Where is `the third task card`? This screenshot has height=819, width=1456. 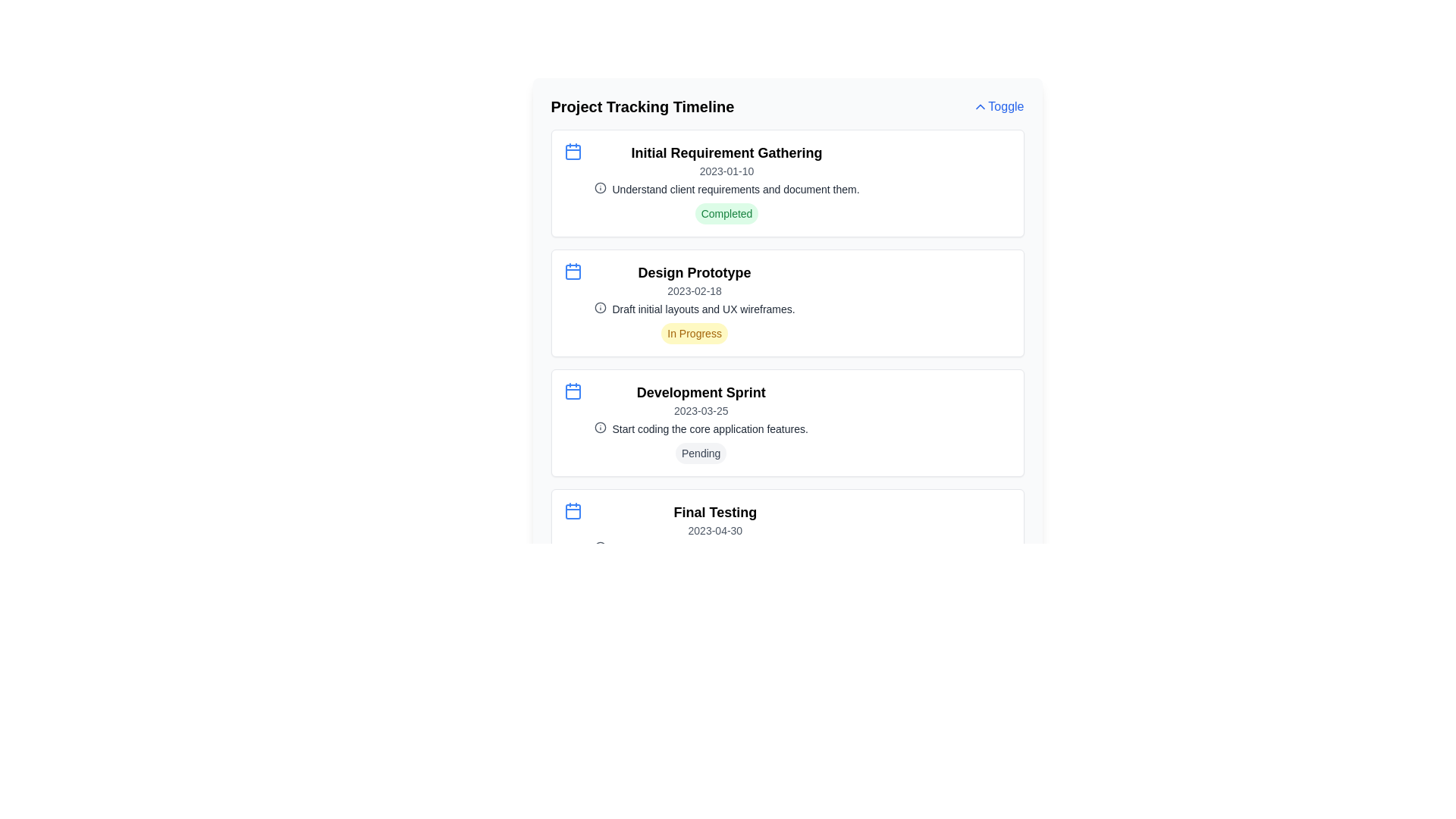 the third task card is located at coordinates (787, 423).